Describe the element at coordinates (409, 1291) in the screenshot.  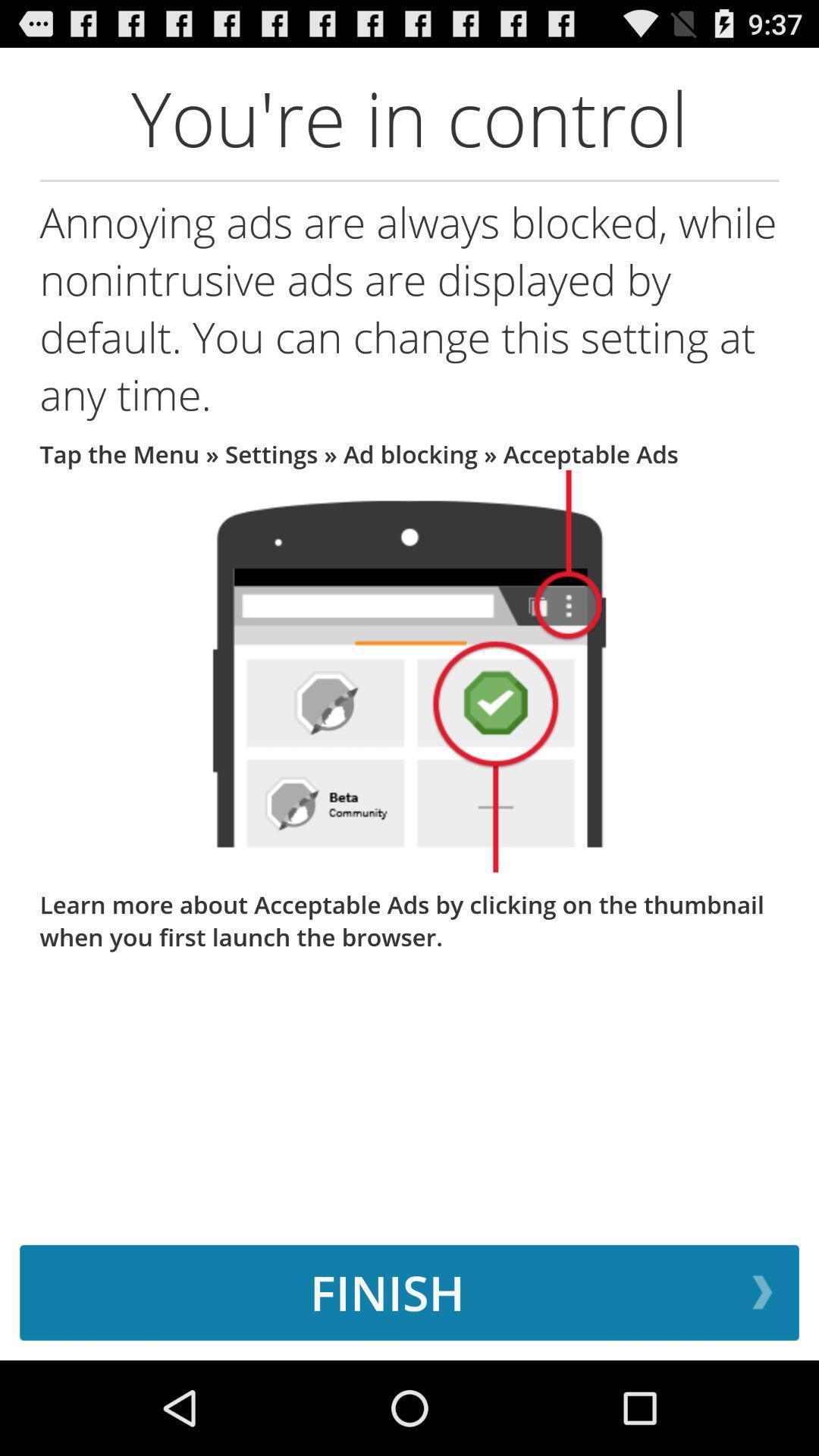
I see `finish item` at that location.